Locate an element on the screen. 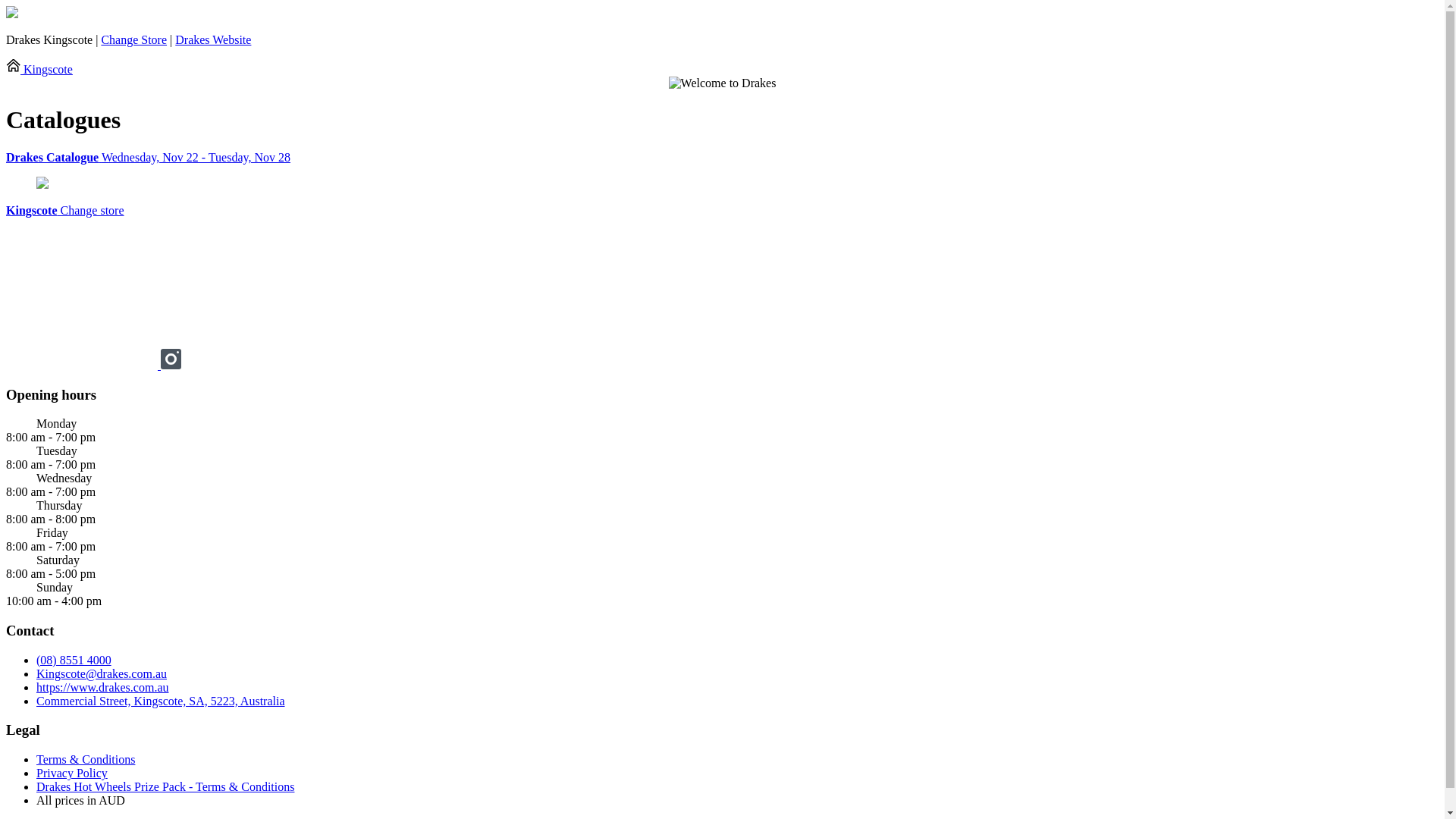 This screenshot has width=1456, height=819. 'Change Store' is located at coordinates (133, 39).